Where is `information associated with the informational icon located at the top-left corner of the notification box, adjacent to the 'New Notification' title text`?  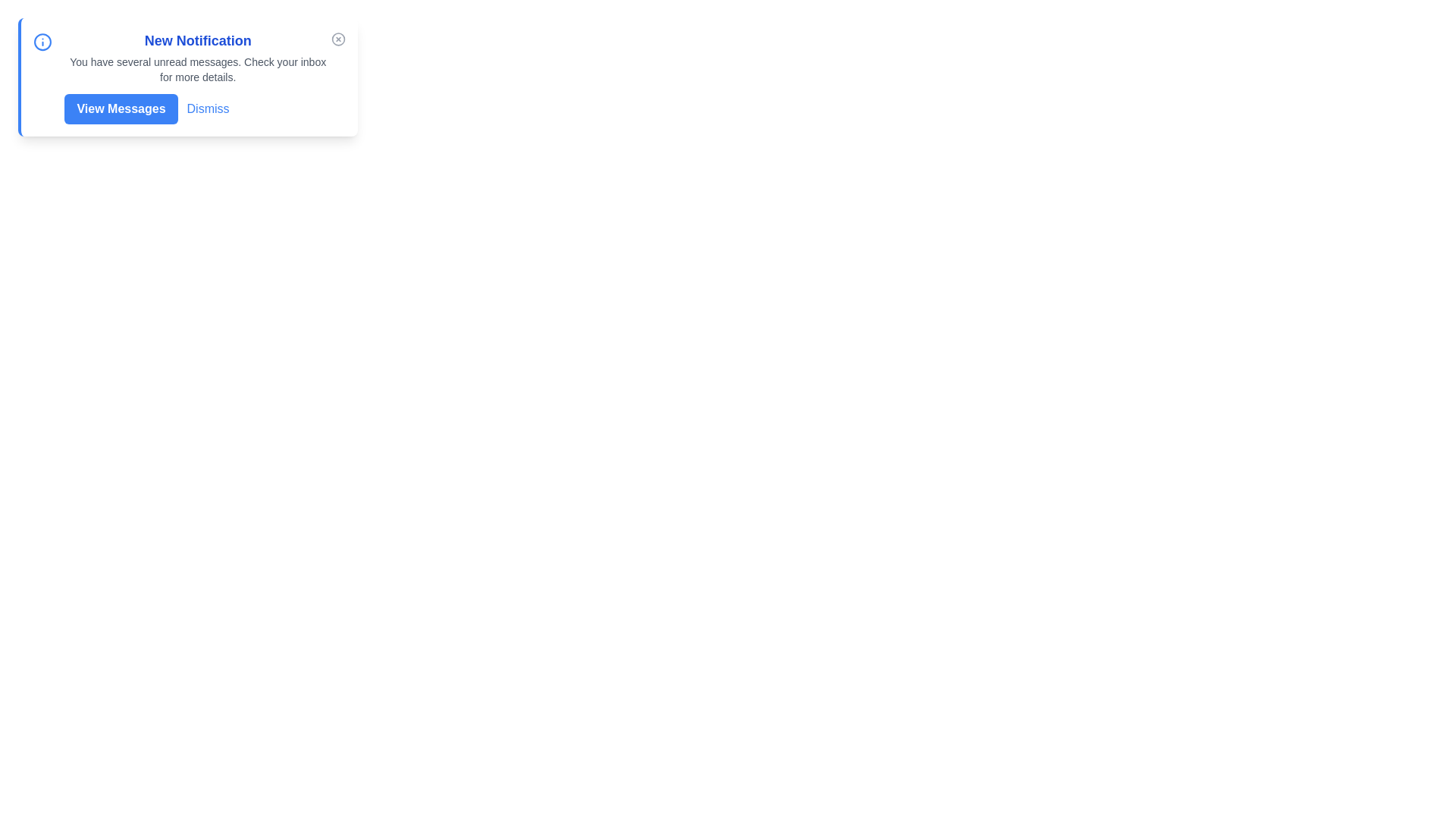
information associated with the informational icon located at the top-left corner of the notification box, adjacent to the 'New Notification' title text is located at coordinates (42, 42).